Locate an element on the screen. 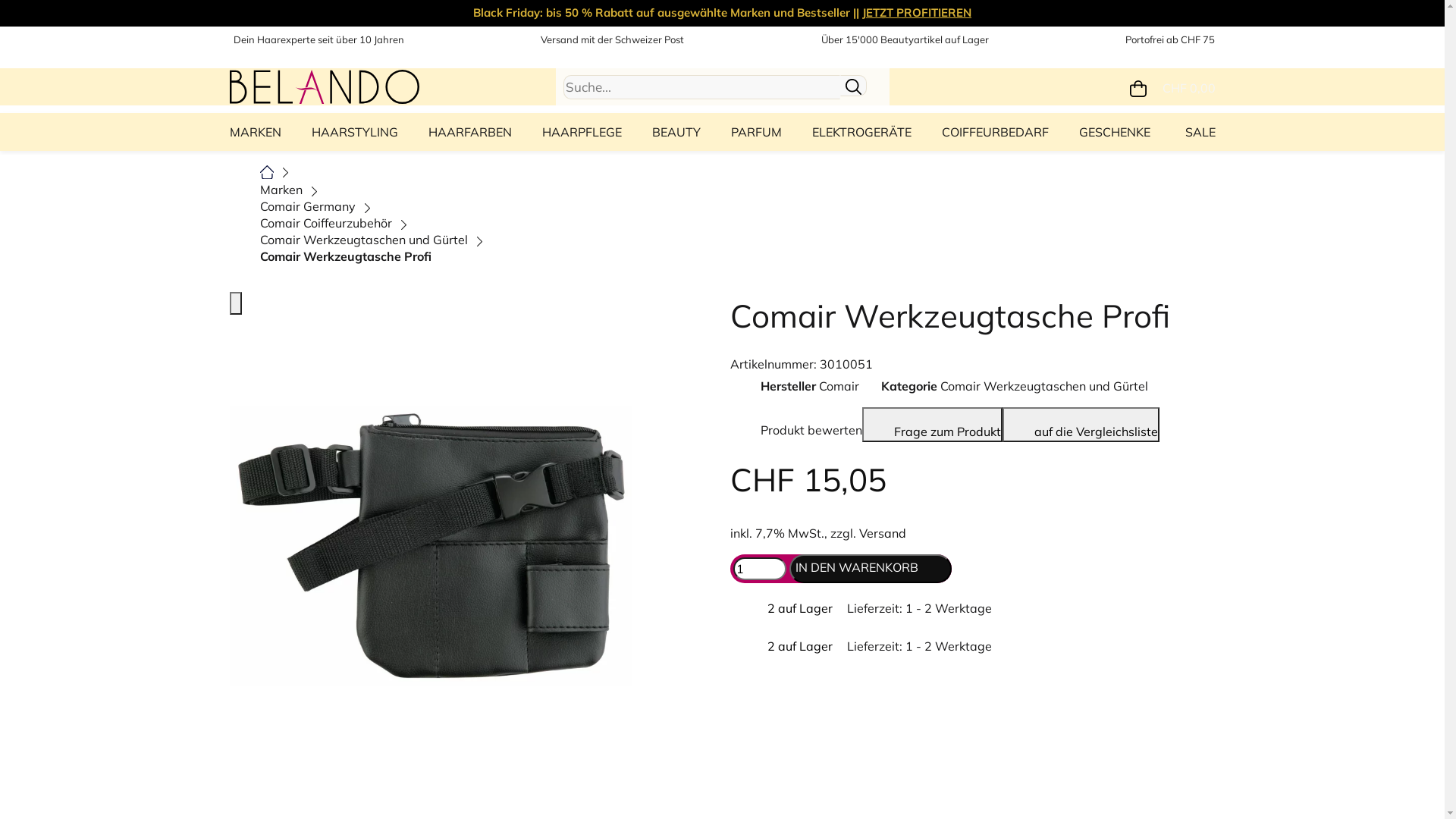 This screenshot has width=1456, height=819. 'Comair Germany' is located at coordinates (306, 206).